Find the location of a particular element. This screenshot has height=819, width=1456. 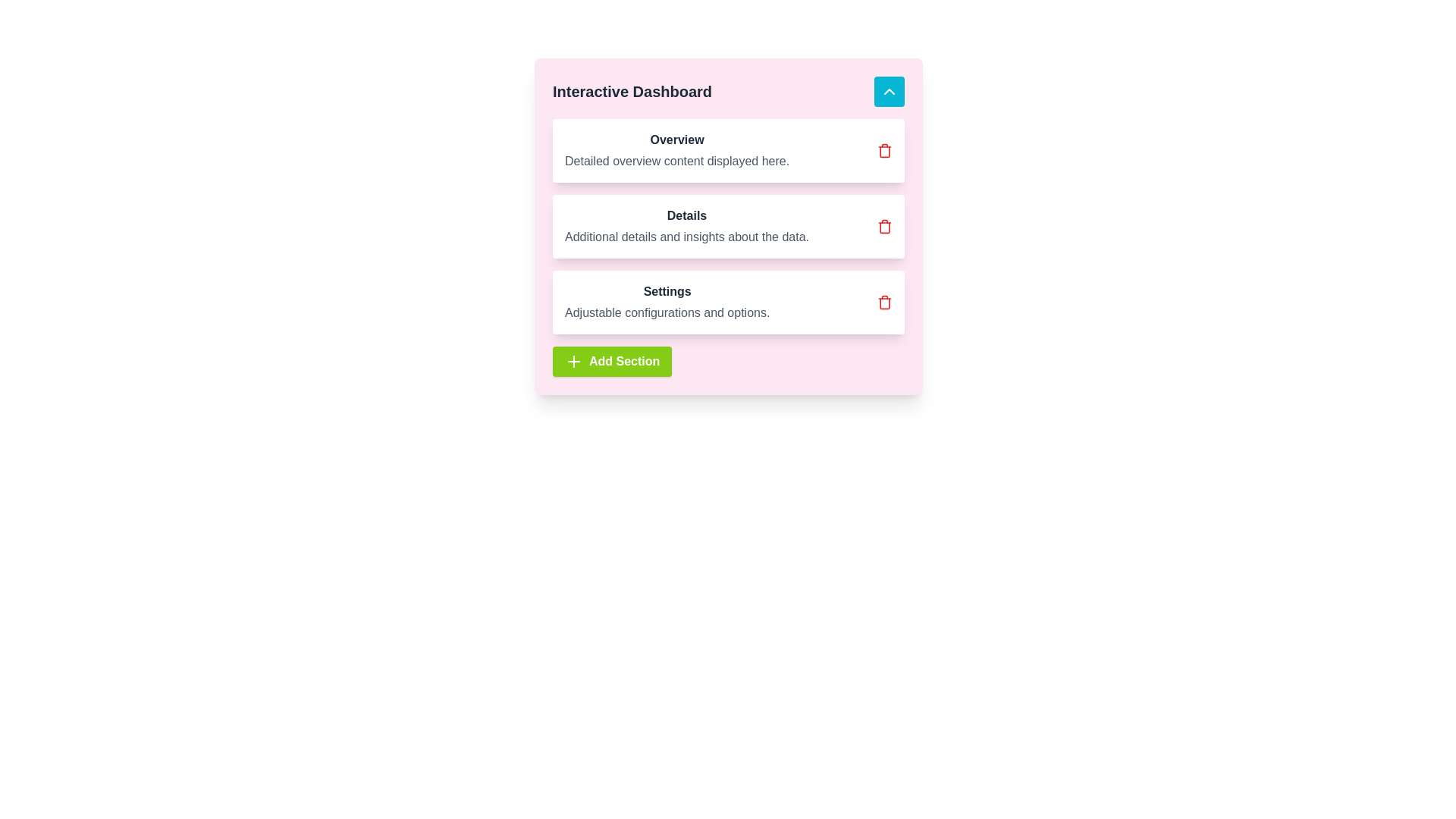

the first card in the vertical list of sections below the title 'Interactive Dashboard' is located at coordinates (728, 151).